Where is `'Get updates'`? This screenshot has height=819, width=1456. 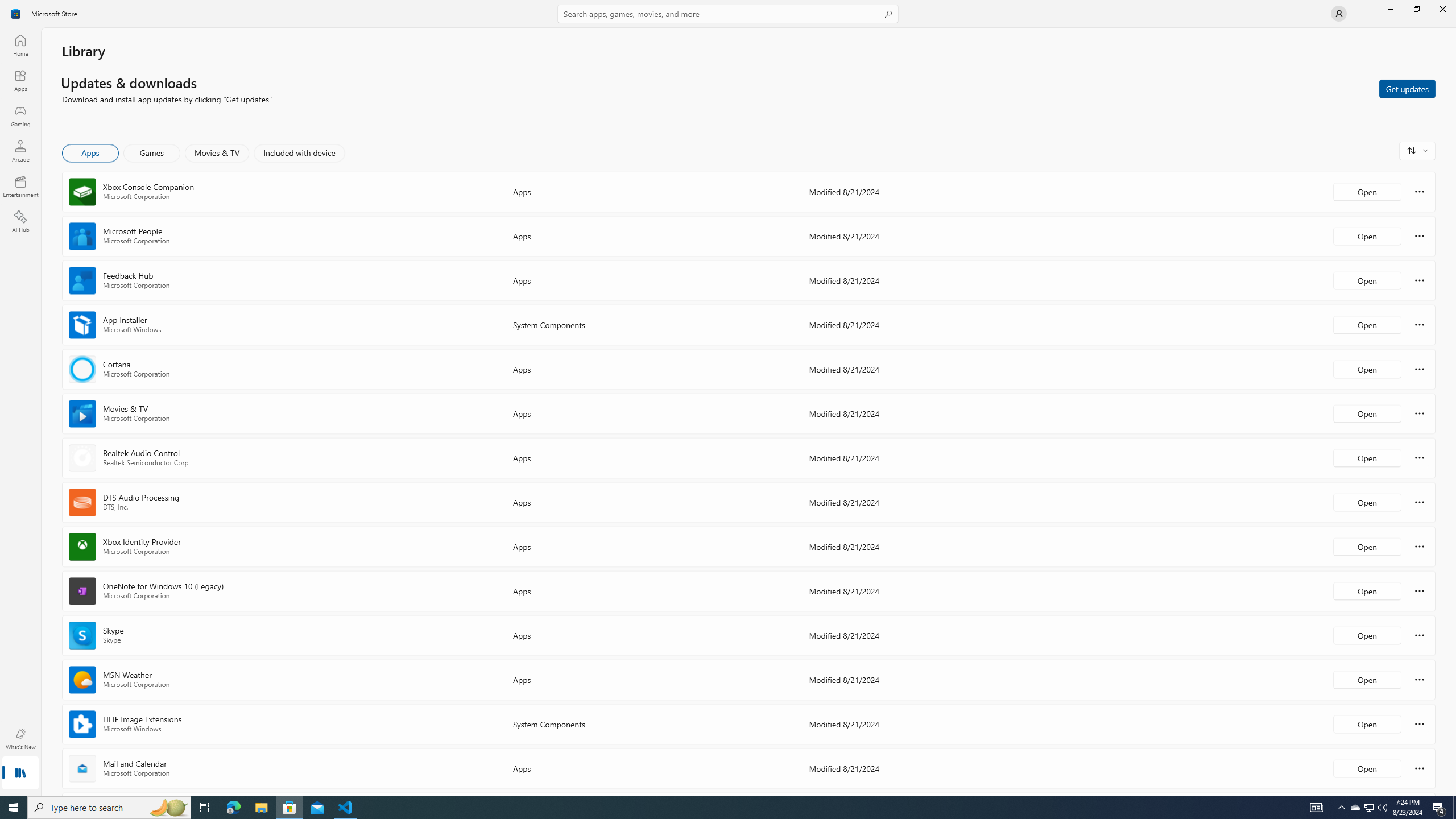 'Get updates' is located at coordinates (1407, 88).